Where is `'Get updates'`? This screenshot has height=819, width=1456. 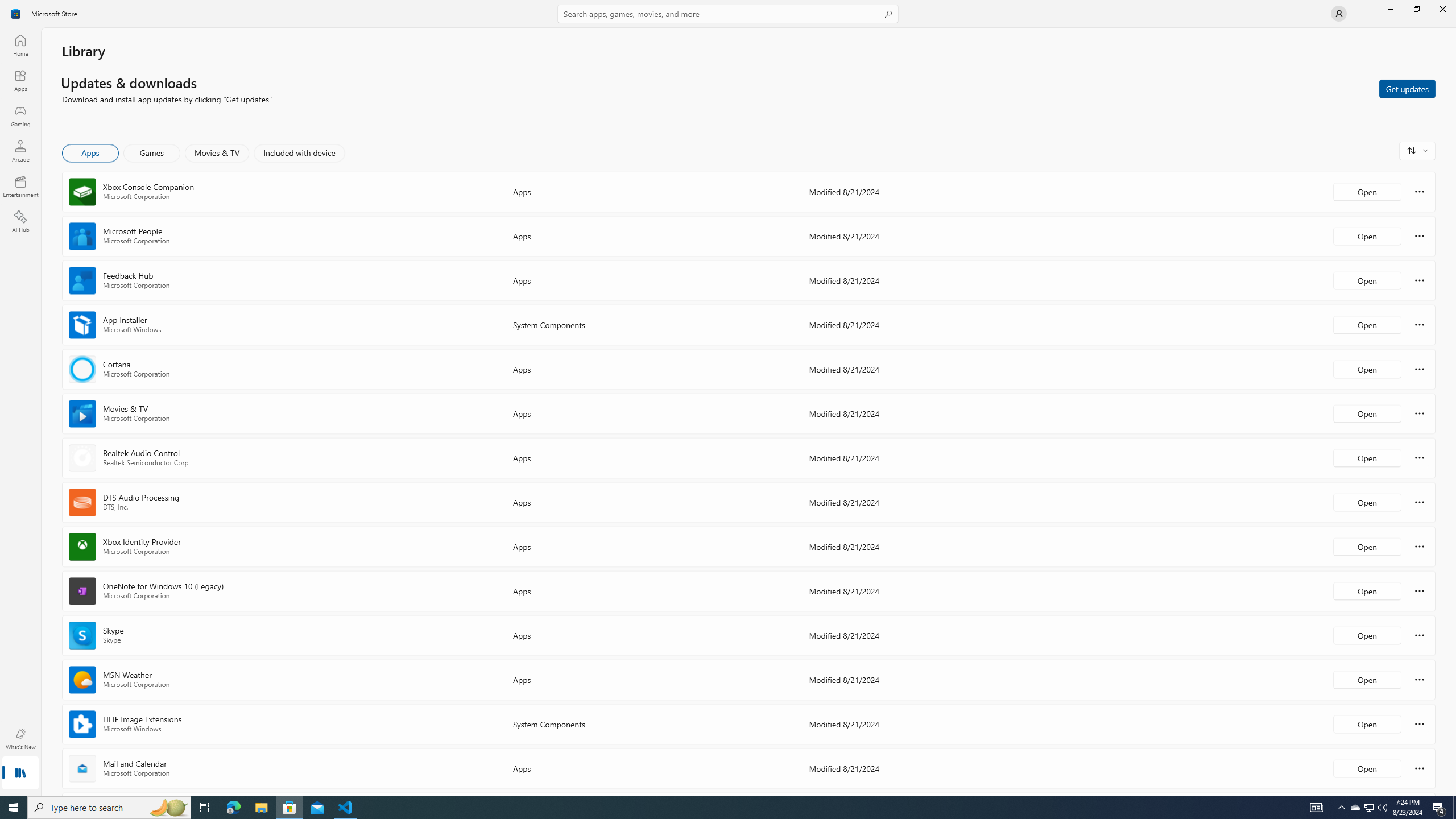 'Get updates' is located at coordinates (1407, 88).